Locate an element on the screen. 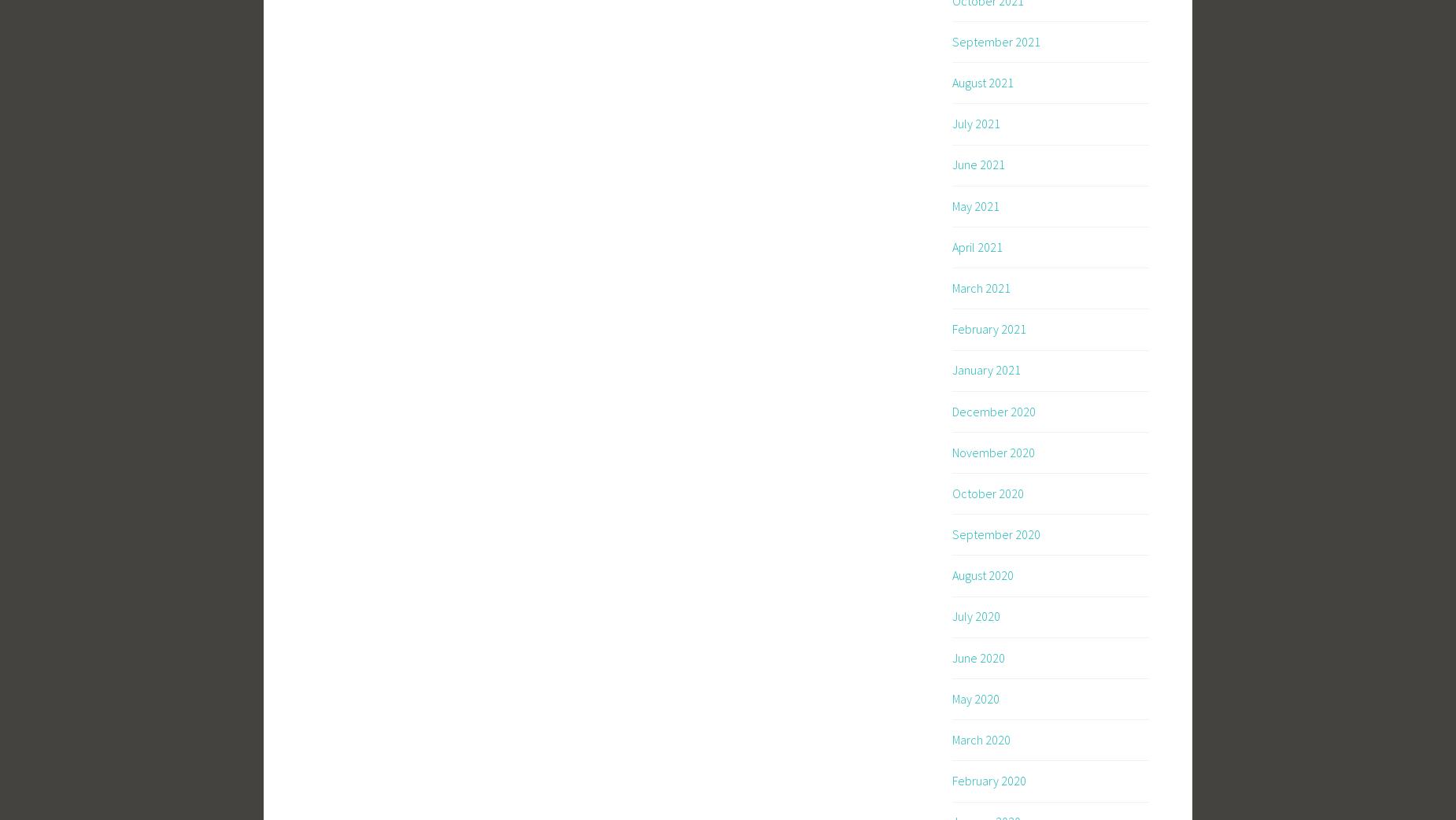  'February 2020' is located at coordinates (952, 780).